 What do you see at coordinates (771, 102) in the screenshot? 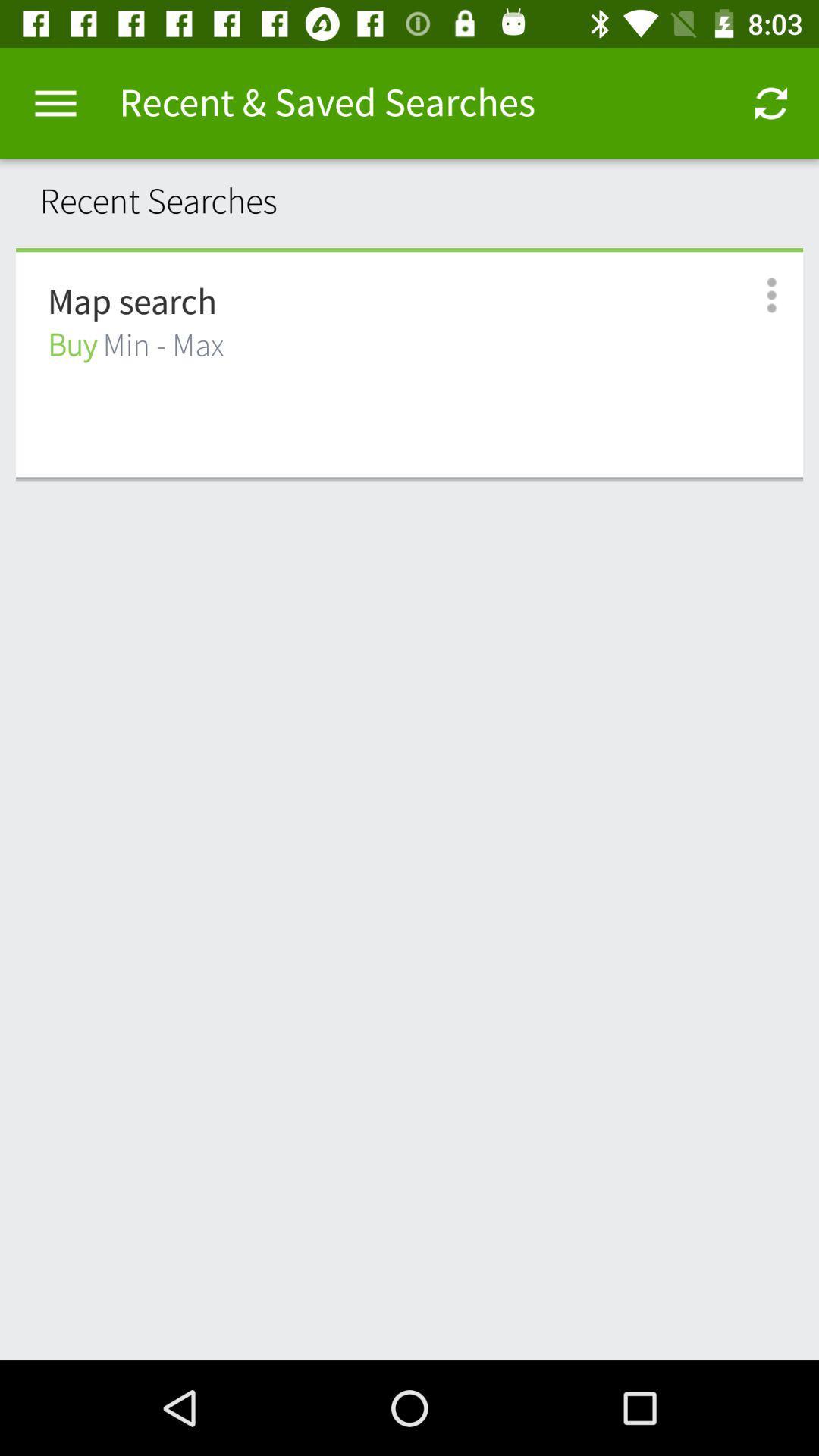
I see `the app to the right of recent & saved searches item` at bounding box center [771, 102].